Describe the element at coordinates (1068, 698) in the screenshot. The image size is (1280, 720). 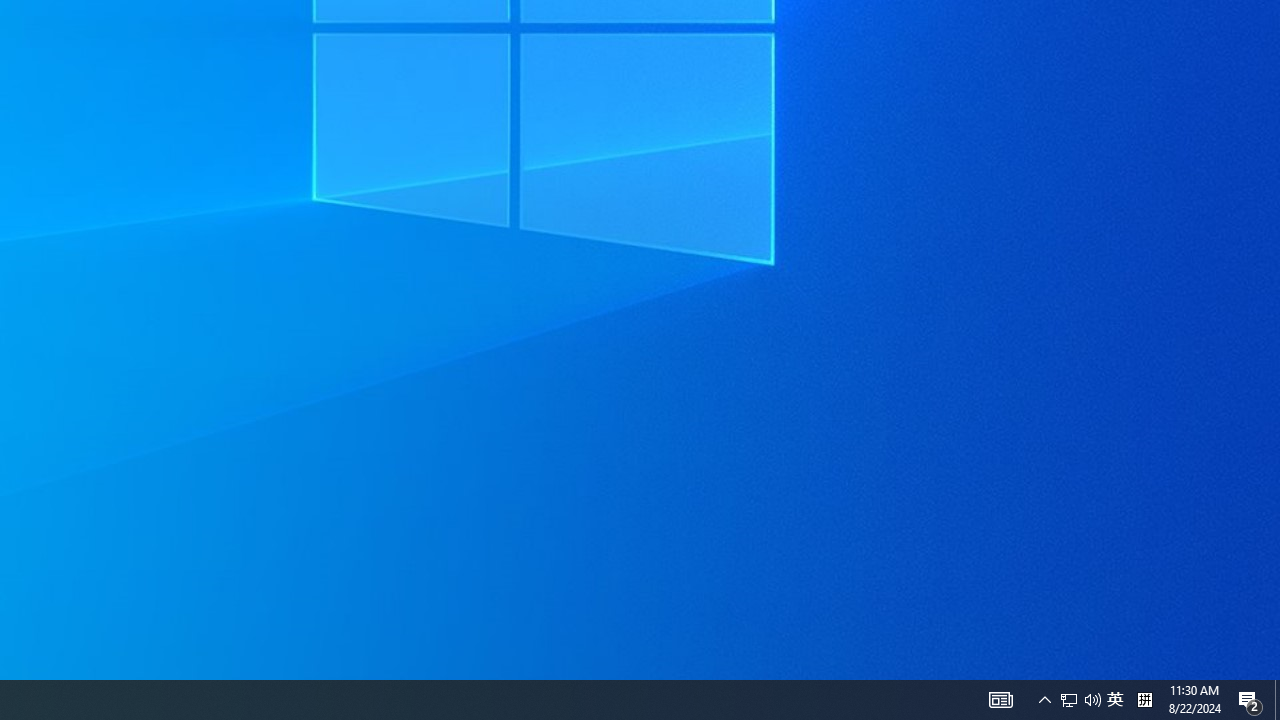
I see `'Notification Chevron'` at that location.